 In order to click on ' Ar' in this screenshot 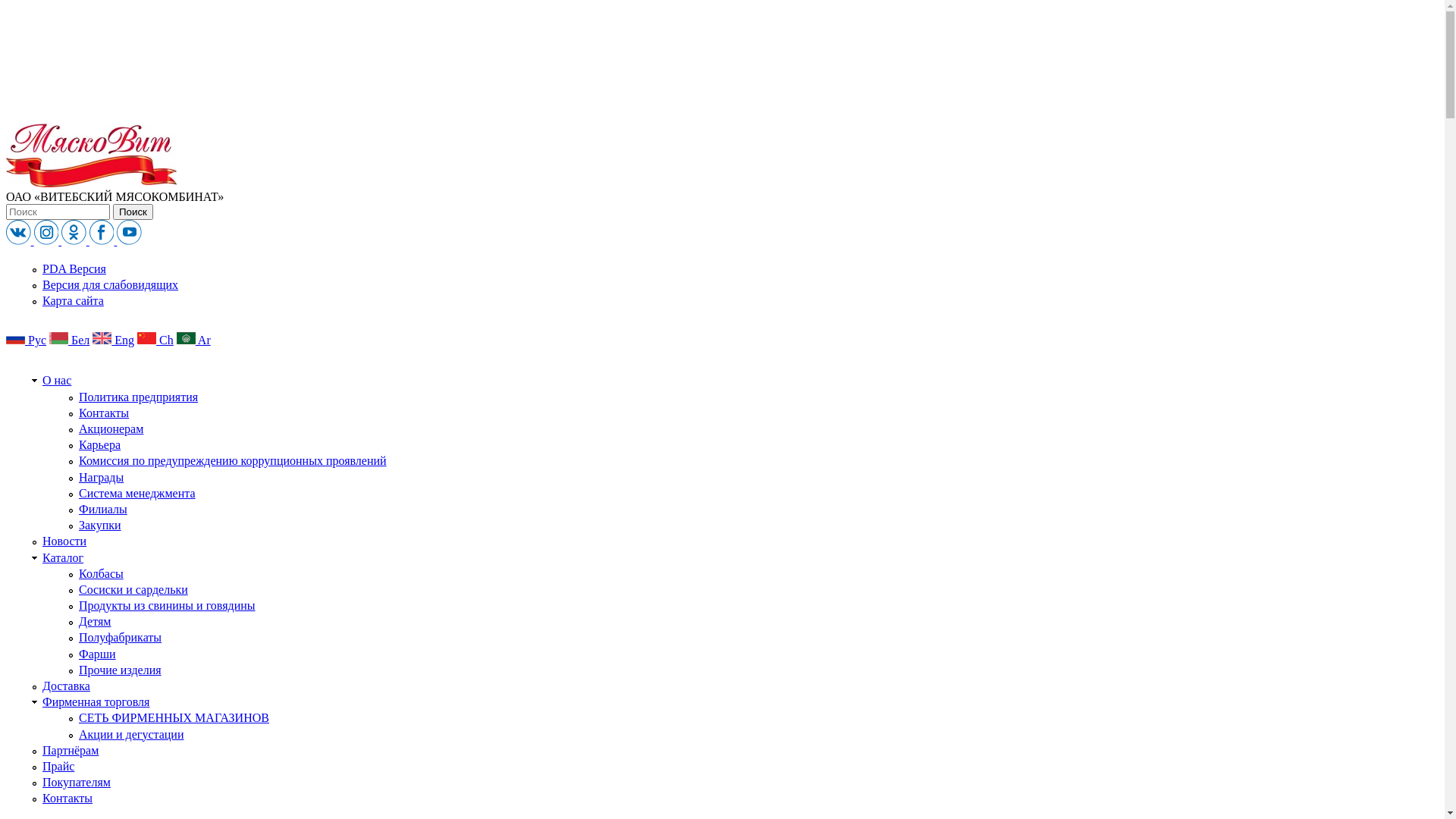, I will do `click(193, 339)`.